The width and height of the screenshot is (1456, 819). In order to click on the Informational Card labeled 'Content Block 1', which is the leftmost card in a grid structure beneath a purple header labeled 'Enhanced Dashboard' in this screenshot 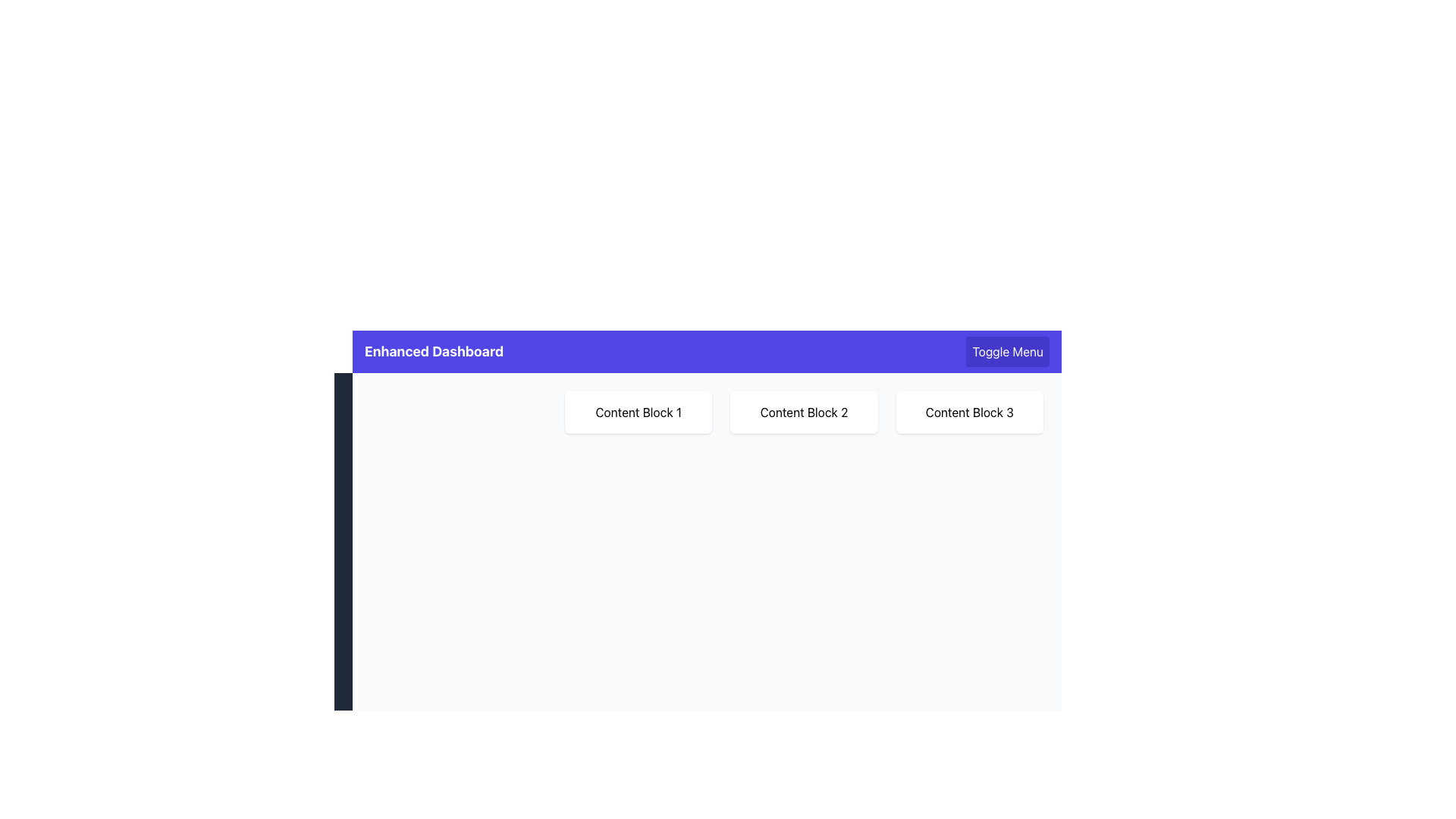, I will do `click(639, 412)`.